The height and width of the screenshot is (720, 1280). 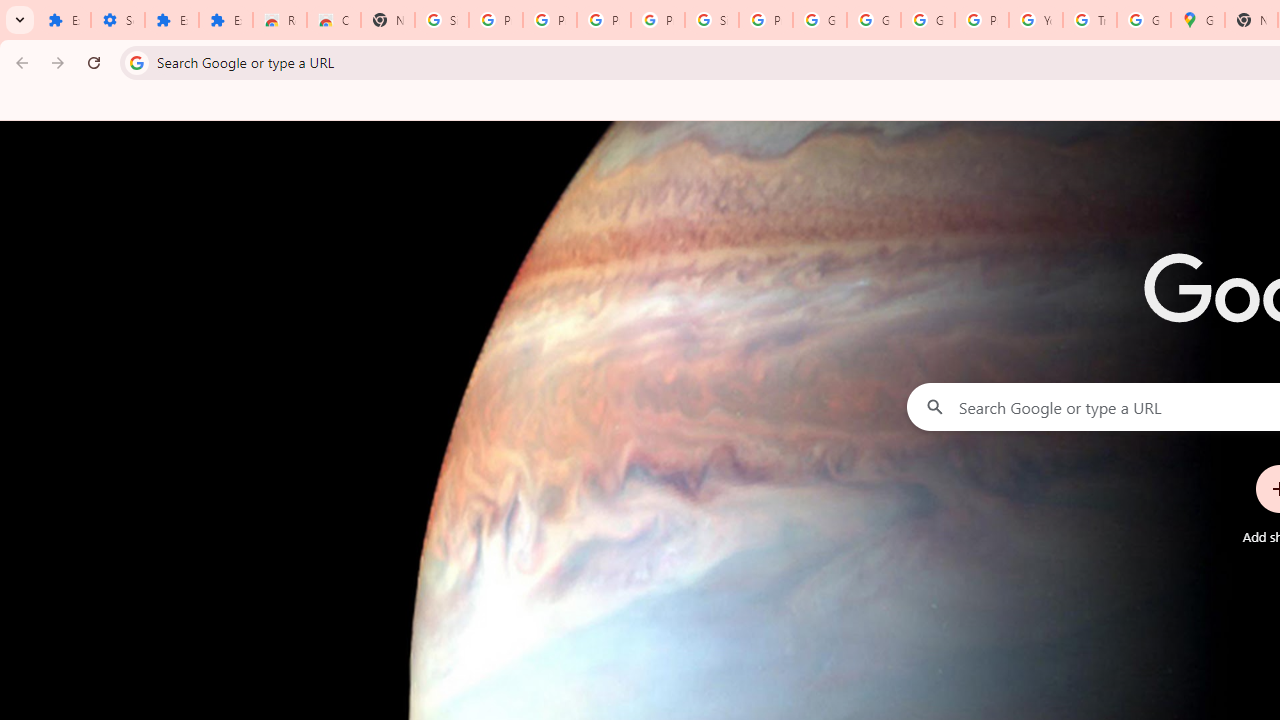 I want to click on 'YouTube', so click(x=1036, y=20).